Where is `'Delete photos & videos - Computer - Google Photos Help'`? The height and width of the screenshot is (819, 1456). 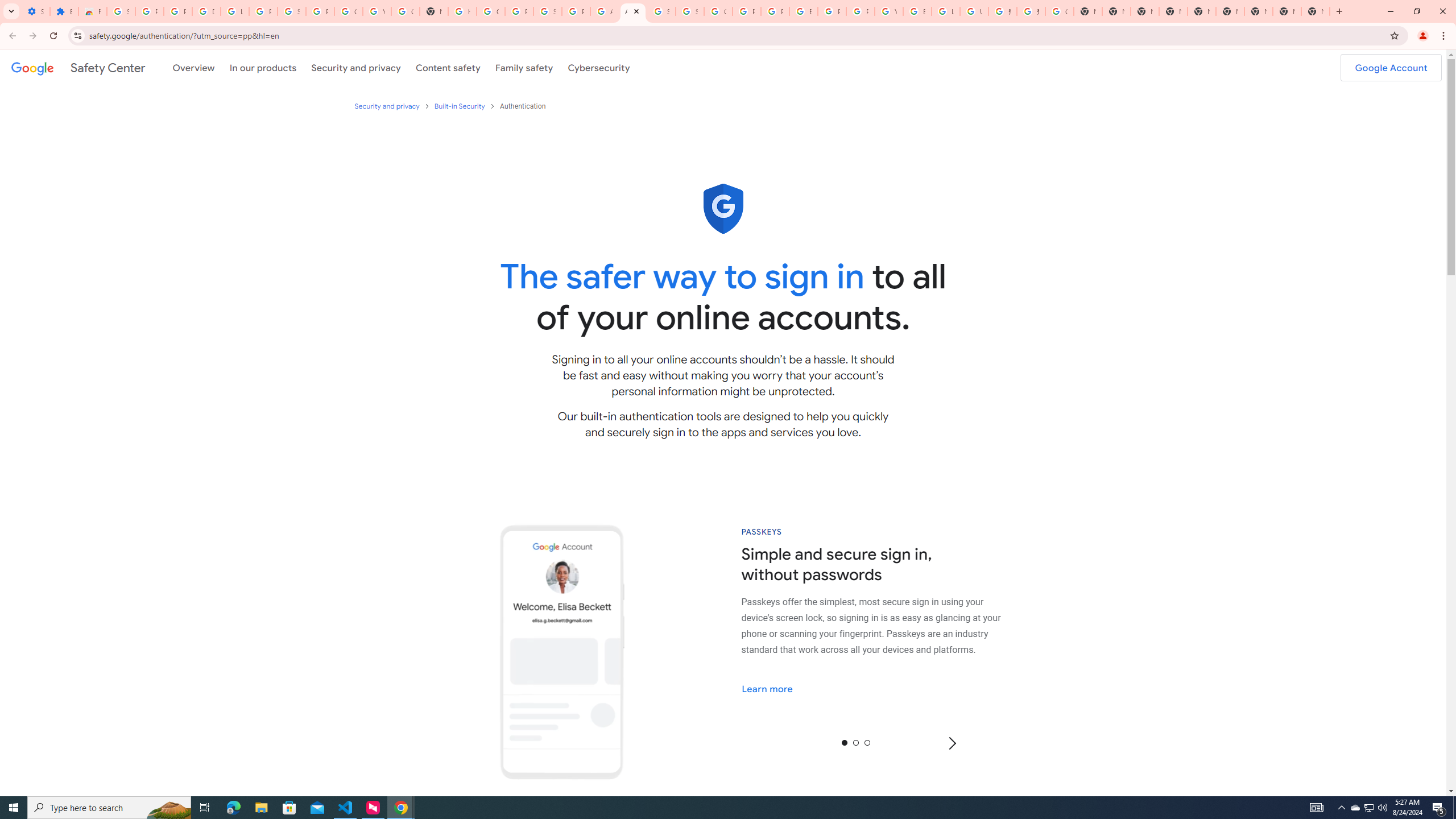
'Delete photos & videos - Computer - Google Photos Help' is located at coordinates (206, 11).